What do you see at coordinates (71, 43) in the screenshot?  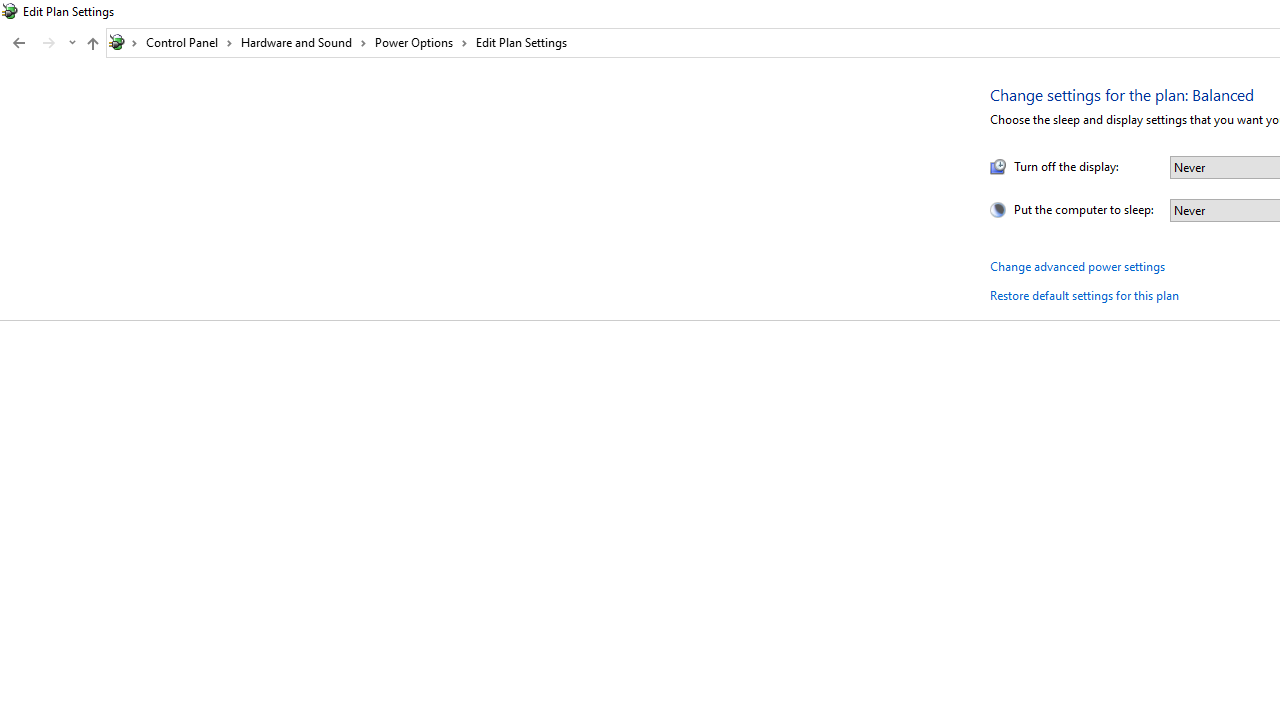 I see `'Recent locations'` at bounding box center [71, 43].